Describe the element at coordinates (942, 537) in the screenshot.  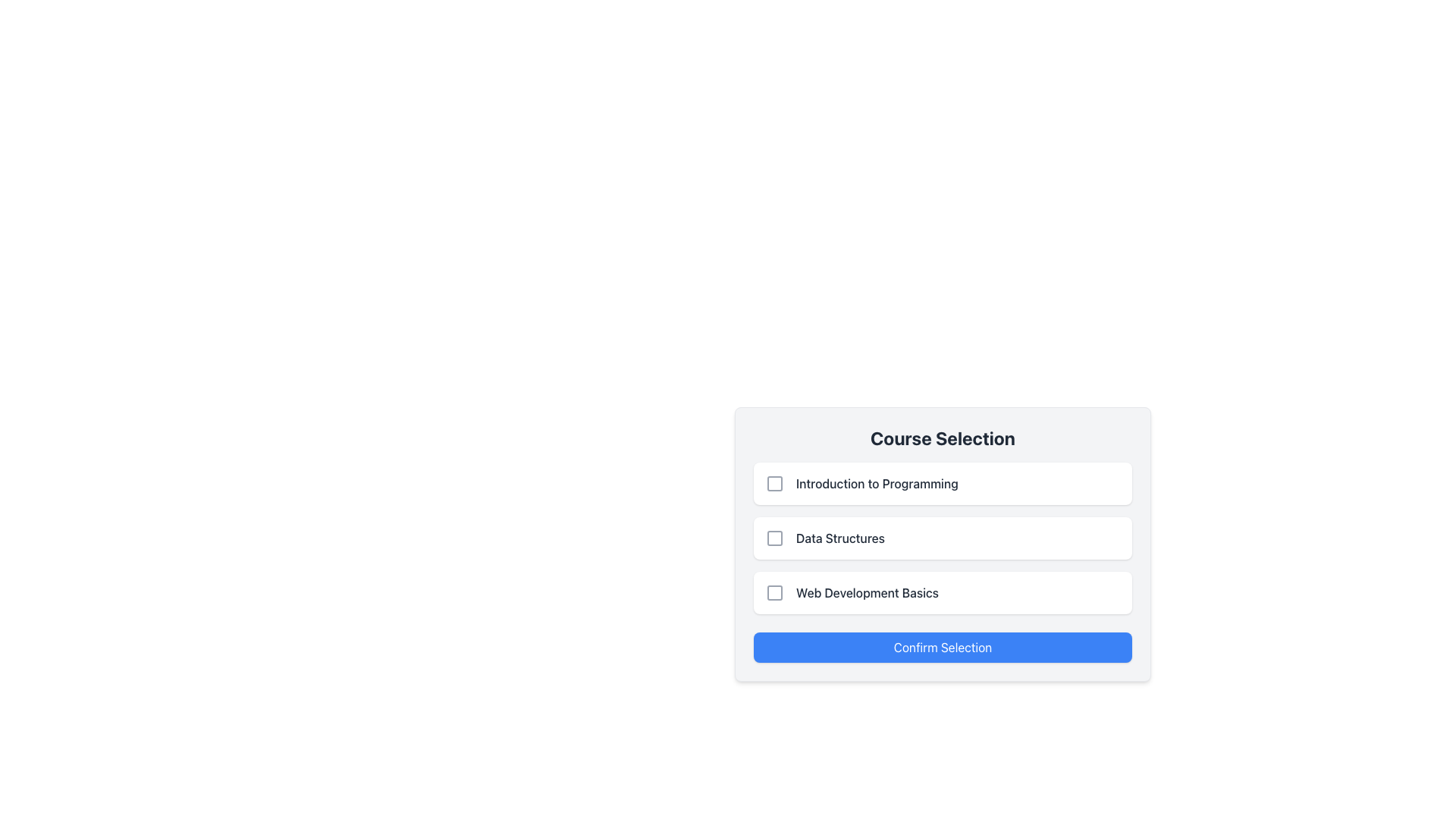
I see `the checkbox for 'Data Structures' to unselect the option in the vertical list of selectable items` at that location.